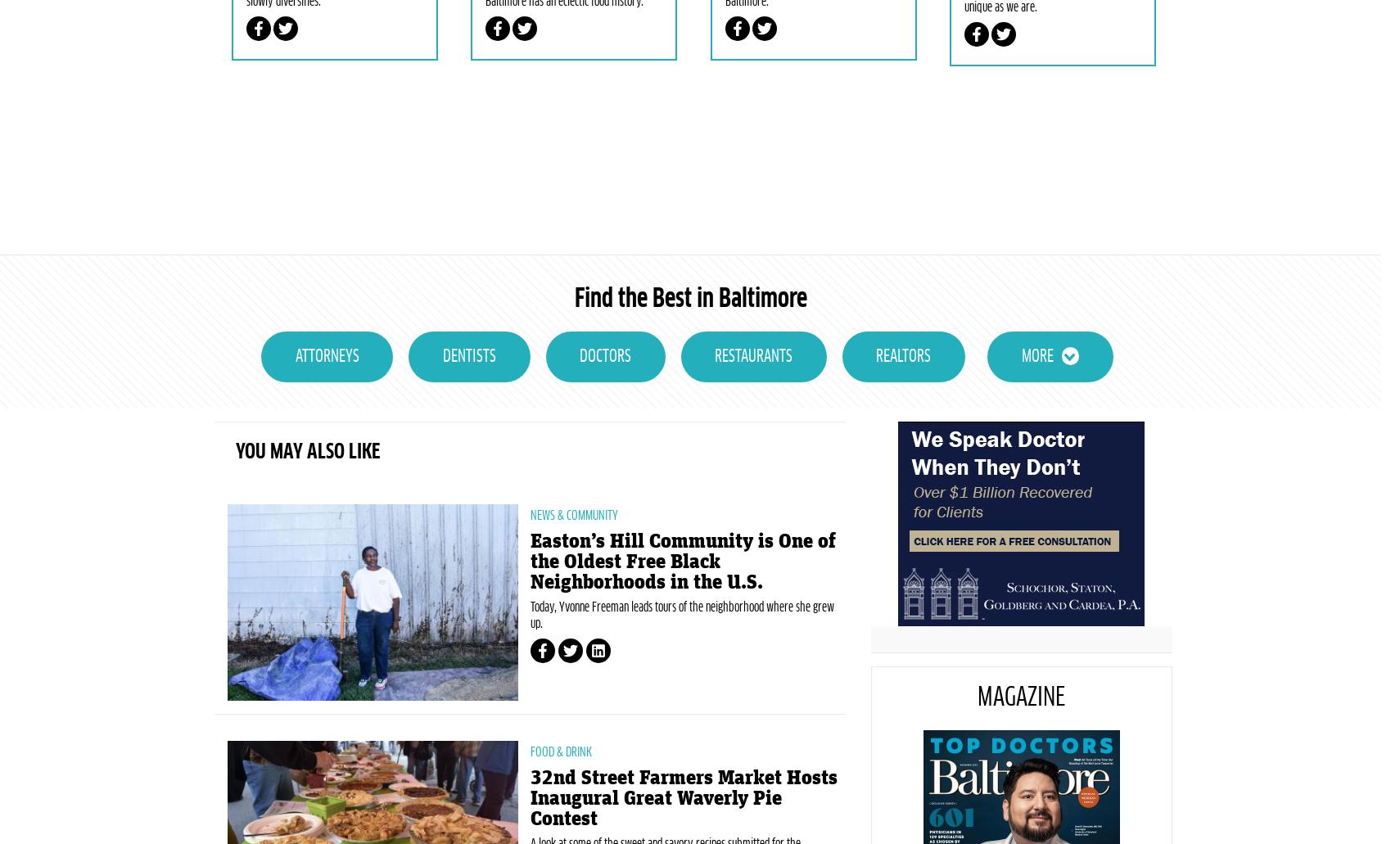 The width and height of the screenshot is (1400, 844). What do you see at coordinates (682, 647) in the screenshot?
I see `'Easton’s Hill Community is One of the Oldest Free Black Neighborhoods in the U.S.'` at bounding box center [682, 647].